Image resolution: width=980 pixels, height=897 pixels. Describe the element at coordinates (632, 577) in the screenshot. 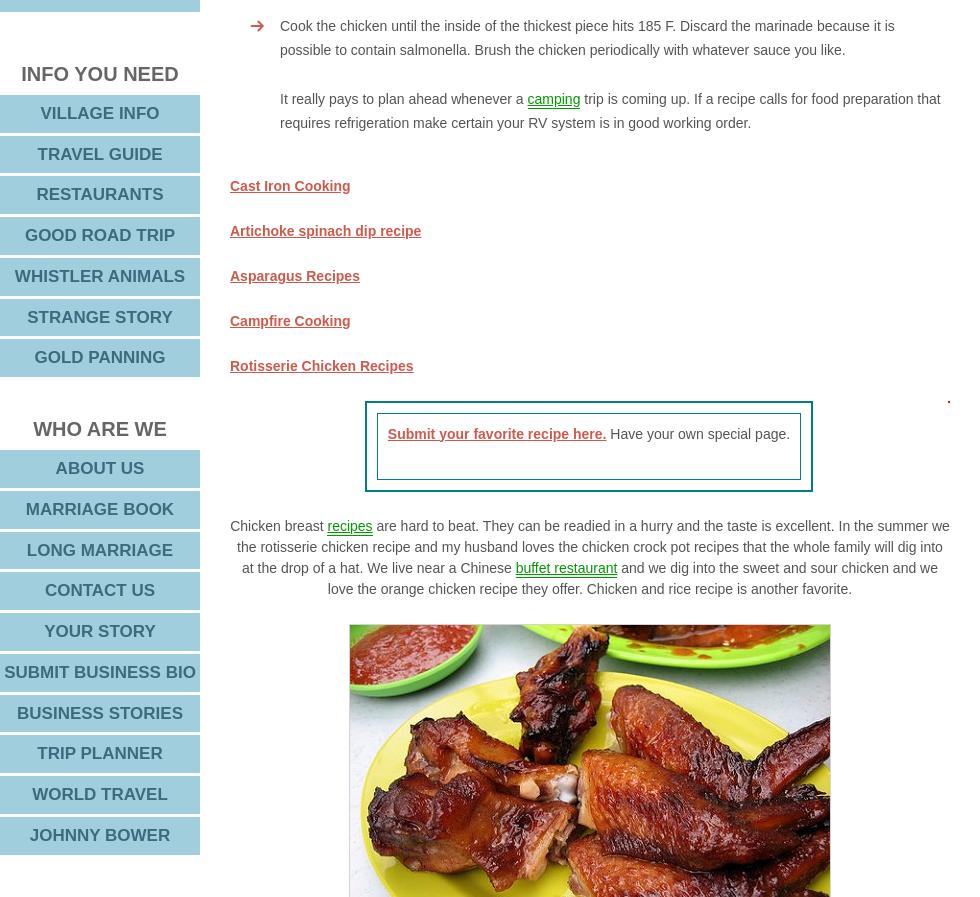

I see `'and we dig into the sweet and sour chicken and we love the orange chicken recipe they offer. Chicken and rice recipe is another favorite.'` at that location.